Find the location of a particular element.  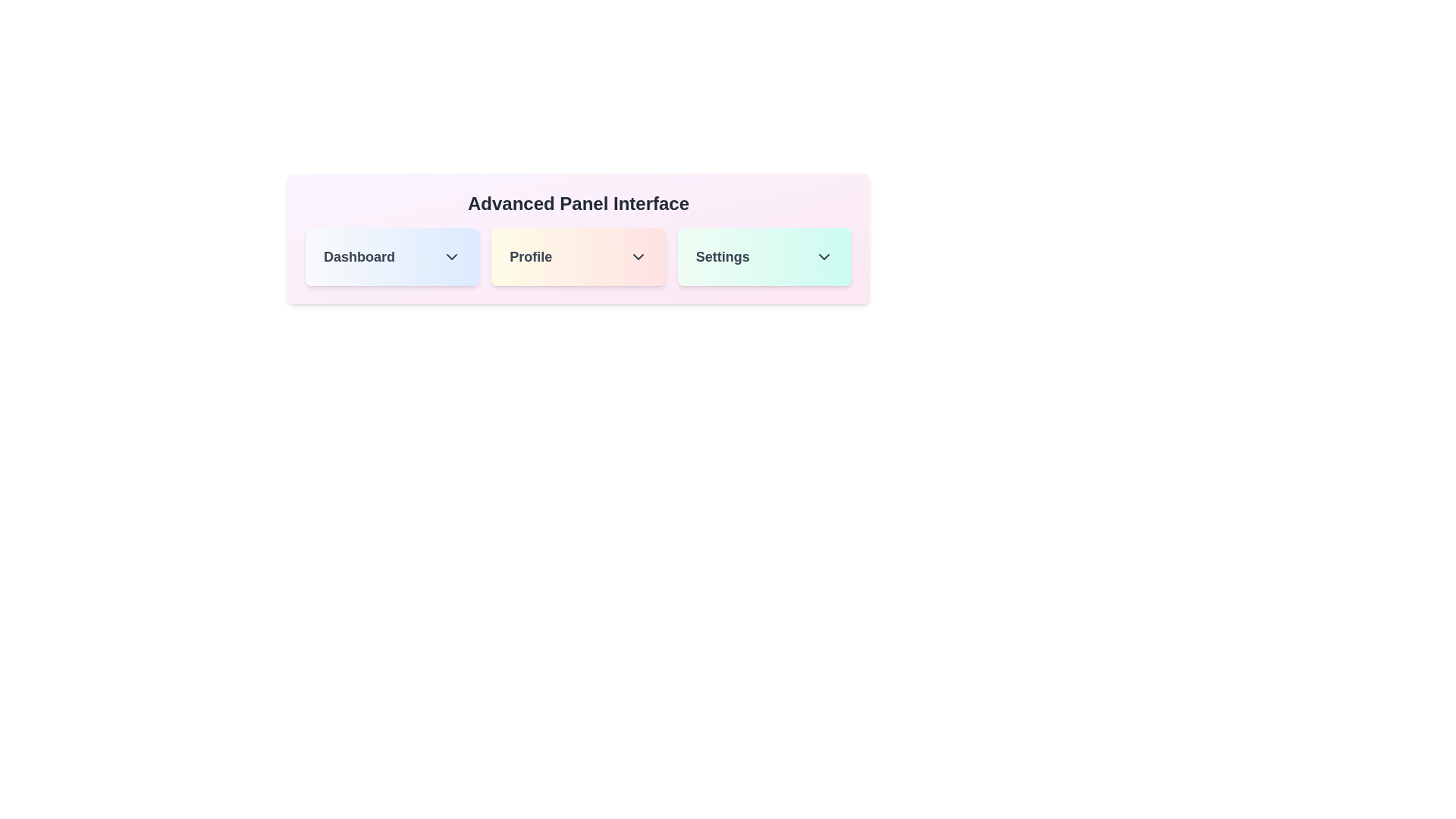

the expanded grid item corresponding to Dashboard to collapse it is located at coordinates (392, 256).